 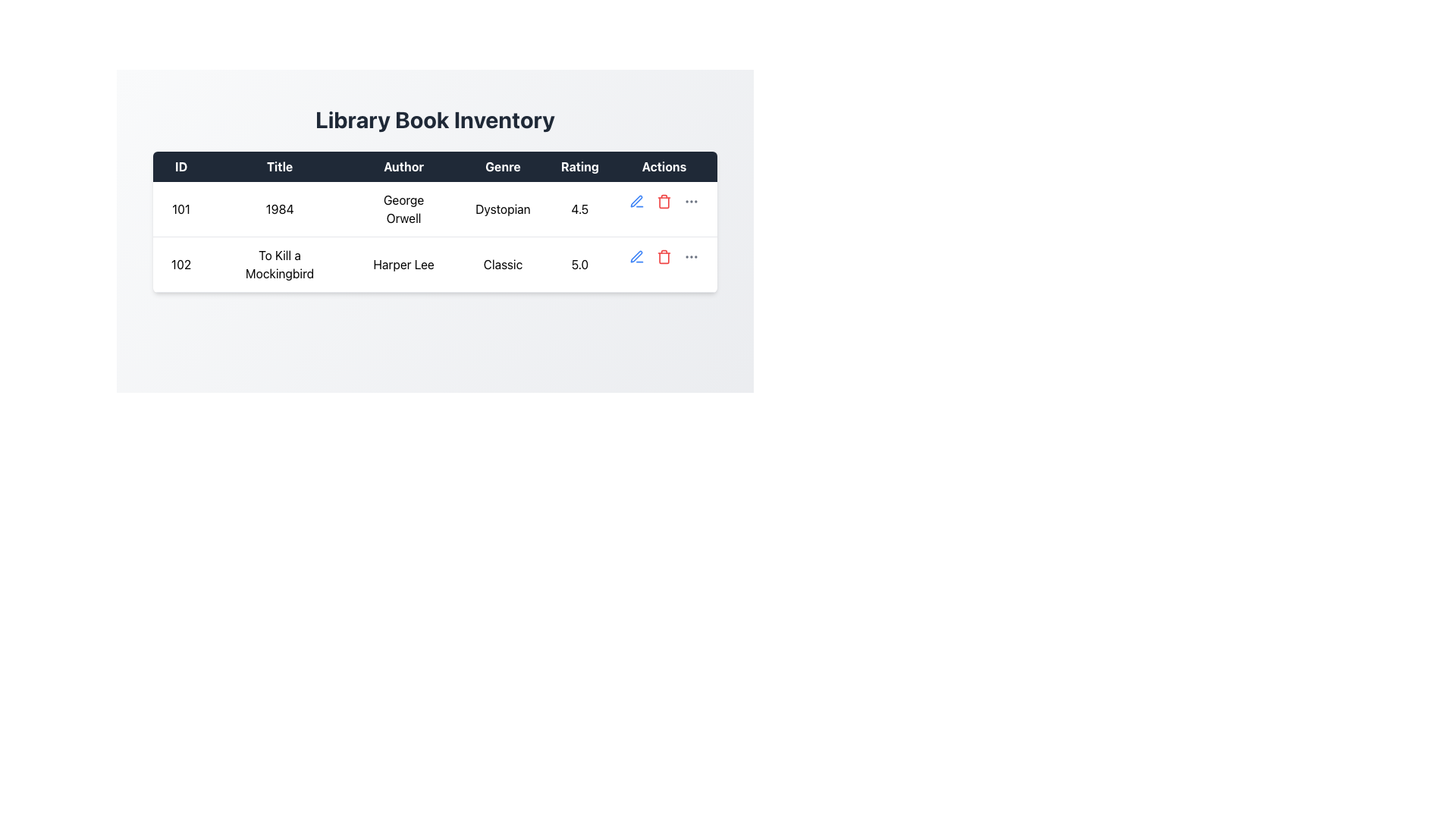 I want to click on the delete icon located in the 'Actions' cell of the first row in the data table, so click(x=664, y=199).